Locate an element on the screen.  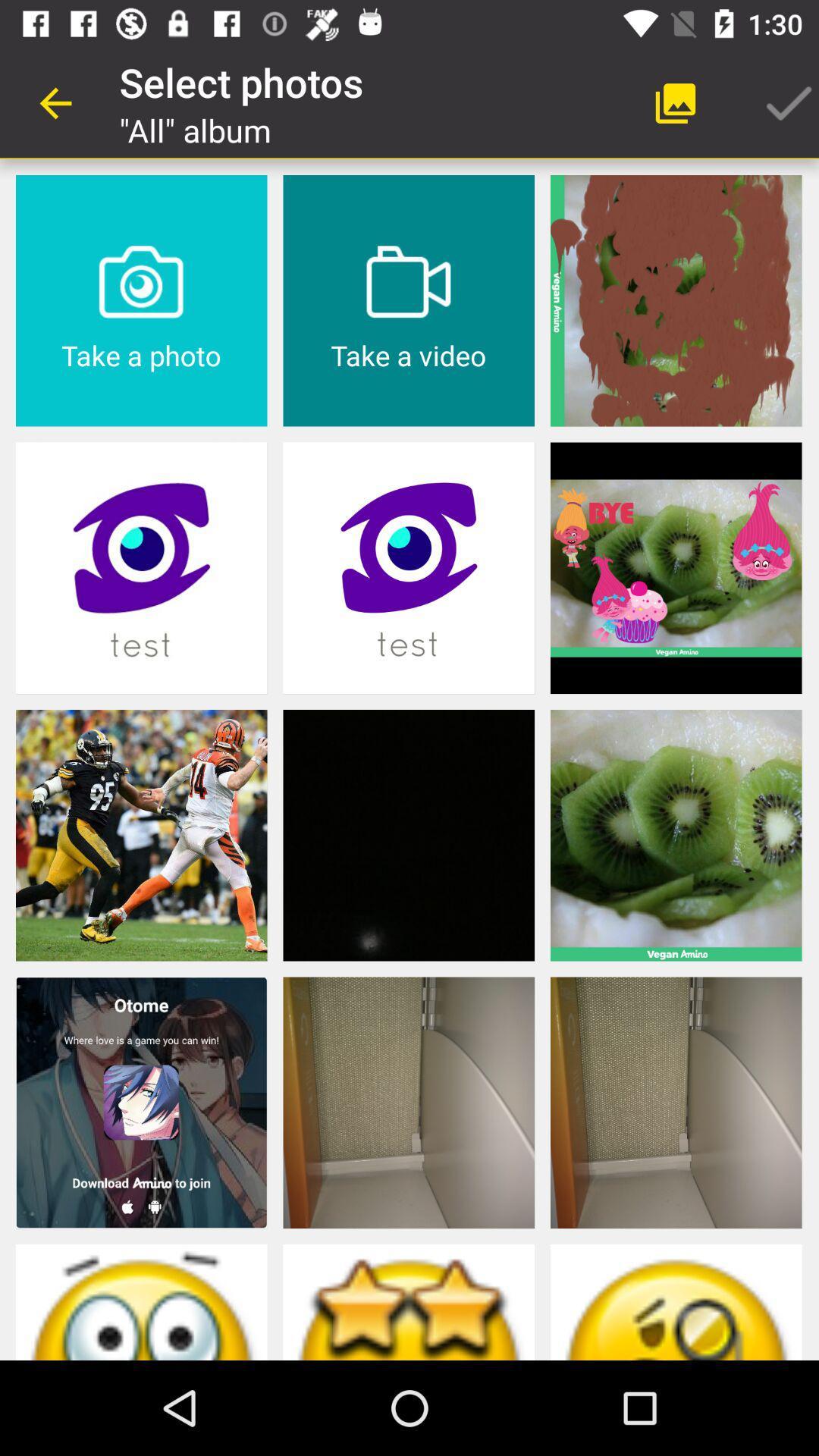
the item next to select photos app is located at coordinates (55, 102).